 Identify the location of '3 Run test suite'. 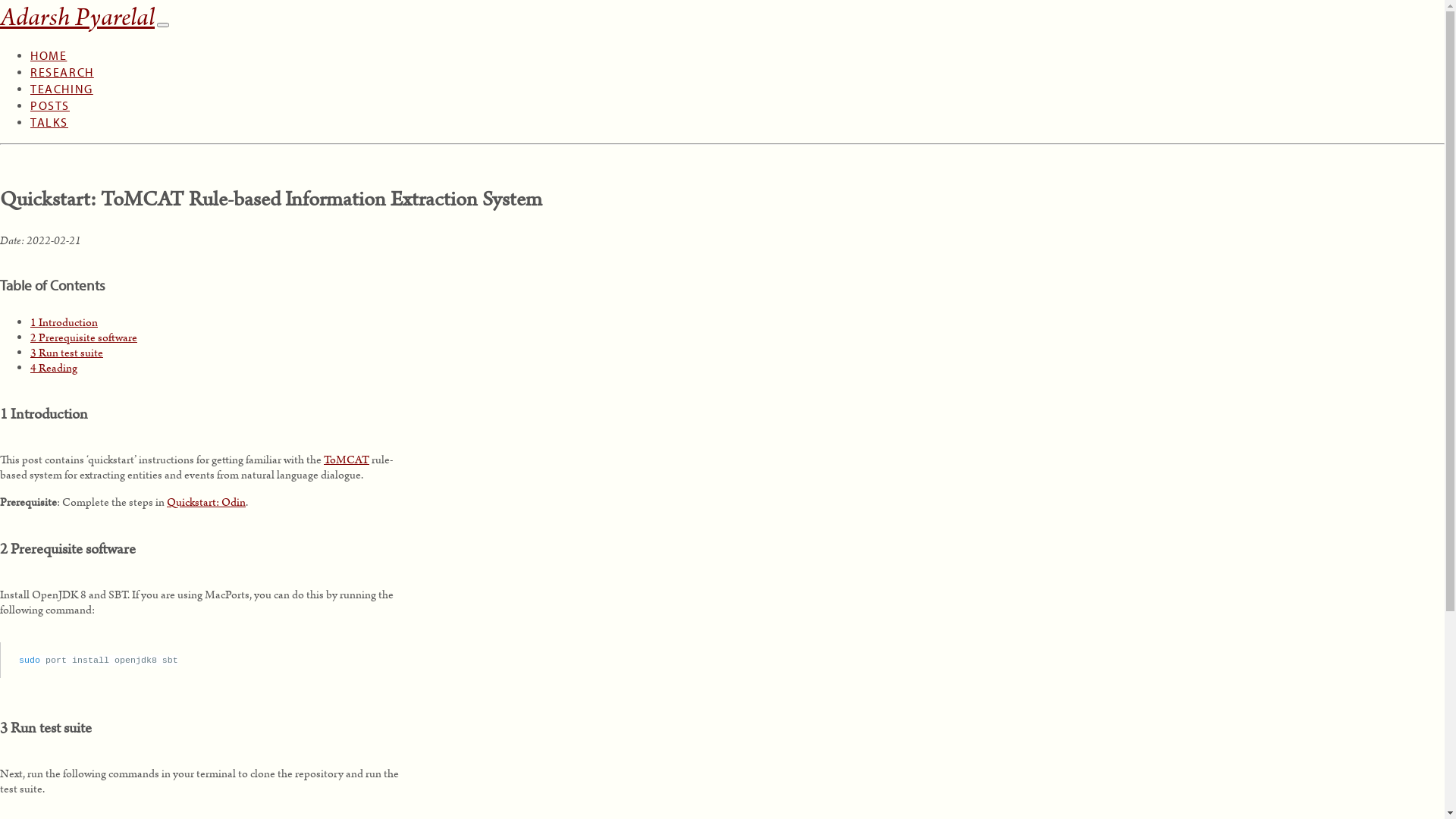
(30, 352).